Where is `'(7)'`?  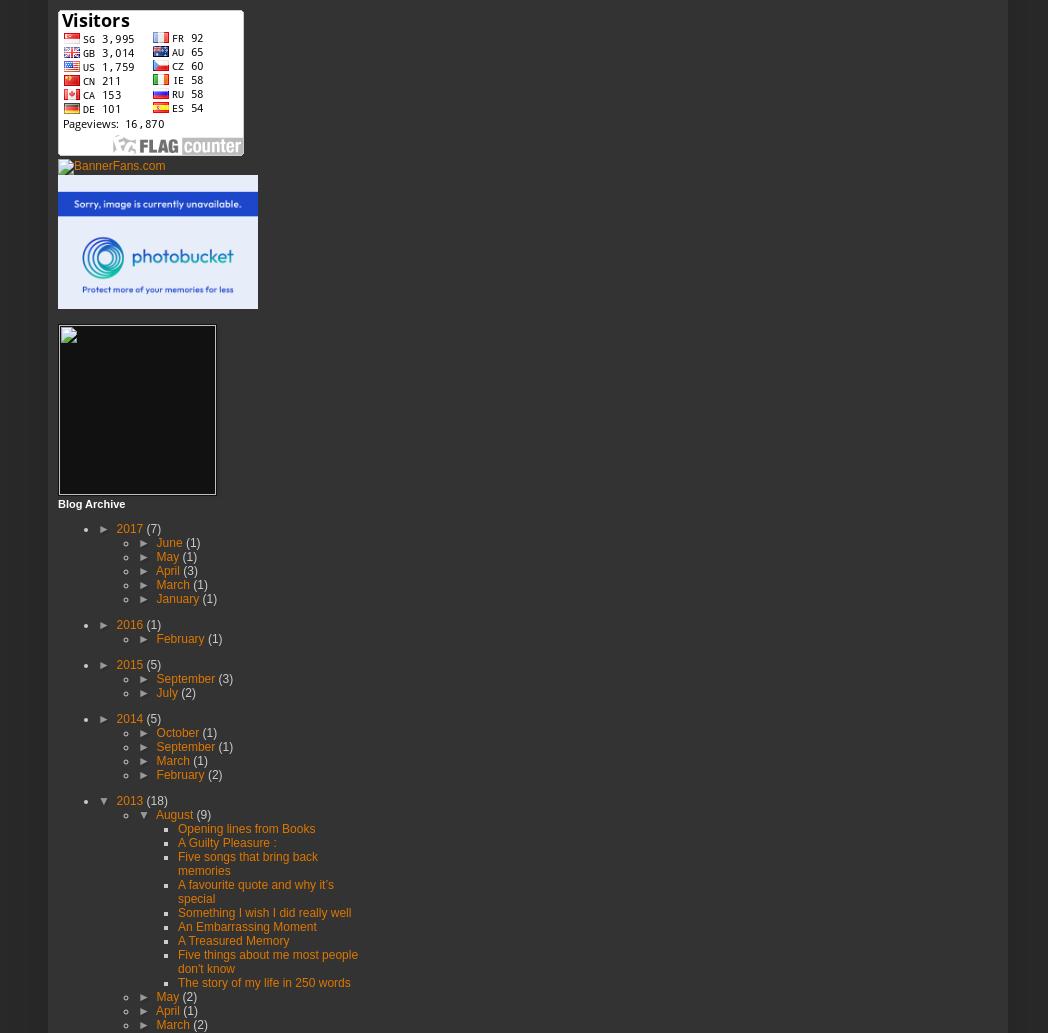
'(7)' is located at coordinates (153, 526).